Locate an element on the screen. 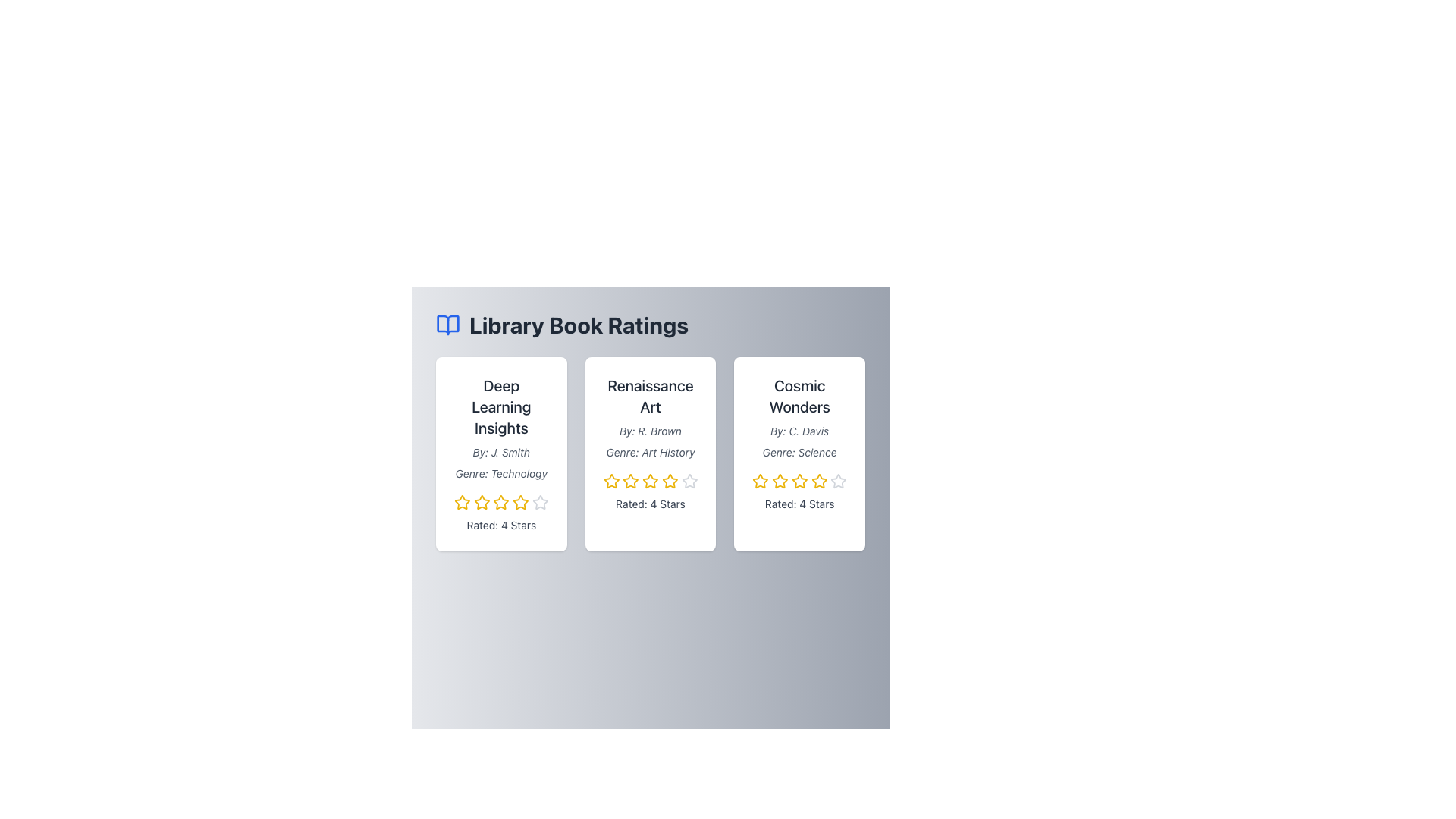 Image resolution: width=1456 pixels, height=819 pixels. the second star icon in the rating line for the book 'Cosmic Wonders' to activate its hover state is located at coordinates (761, 481).